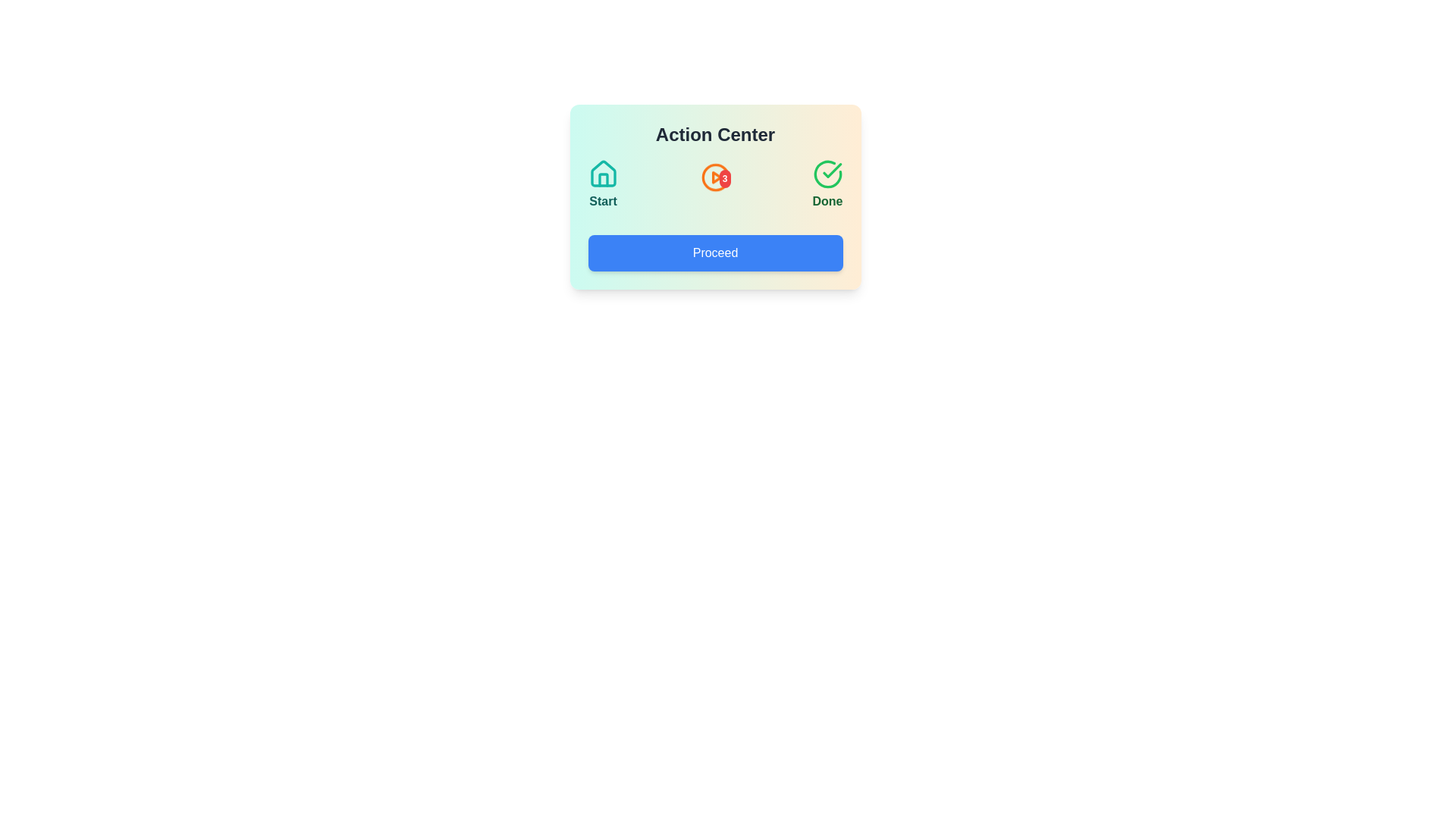 This screenshot has width=1456, height=819. What do you see at coordinates (714, 253) in the screenshot?
I see `the 'Proceed' button, which is a blue rectangular button with white text` at bounding box center [714, 253].